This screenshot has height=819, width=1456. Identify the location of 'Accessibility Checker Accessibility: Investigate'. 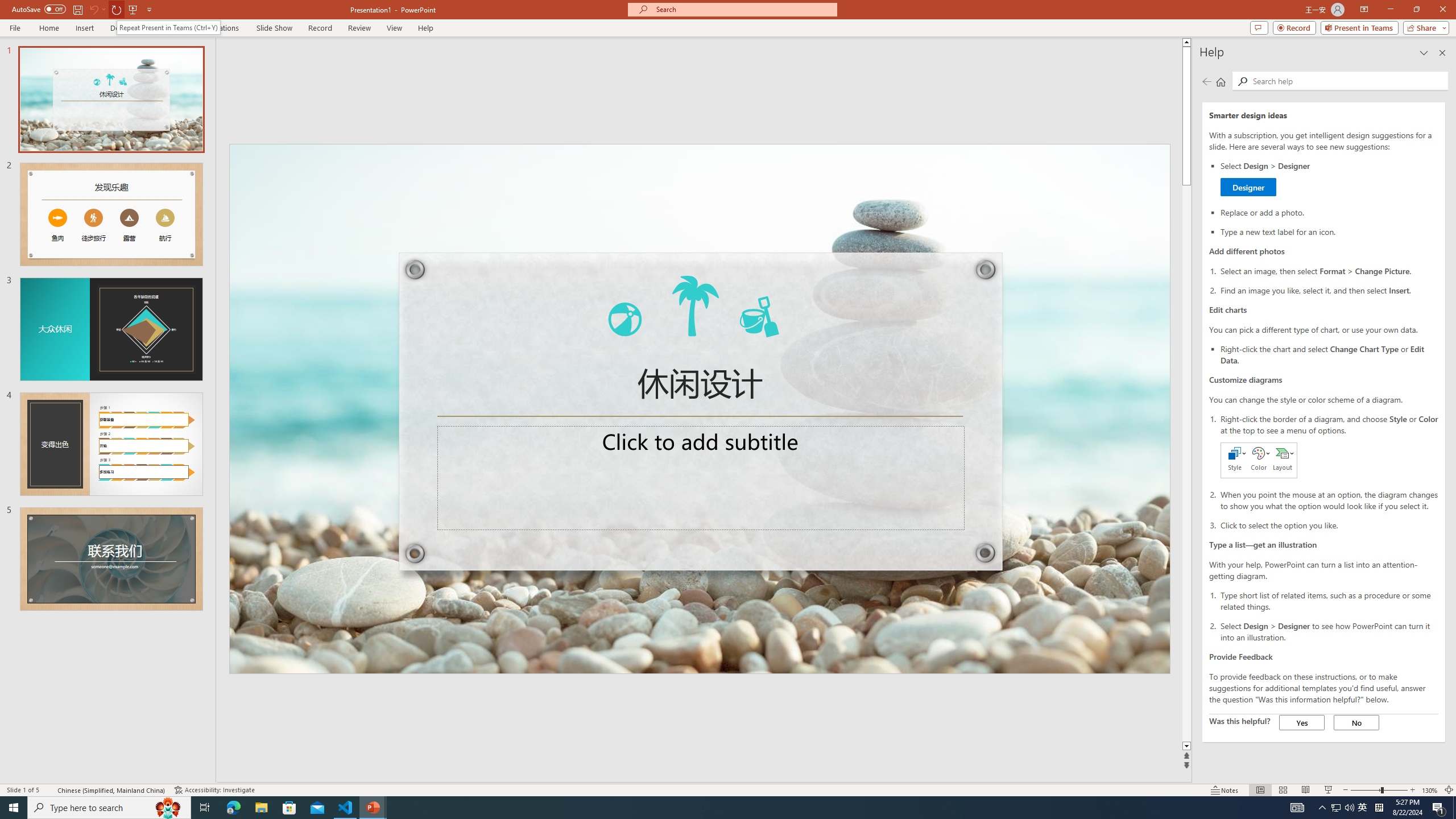
(214, 790).